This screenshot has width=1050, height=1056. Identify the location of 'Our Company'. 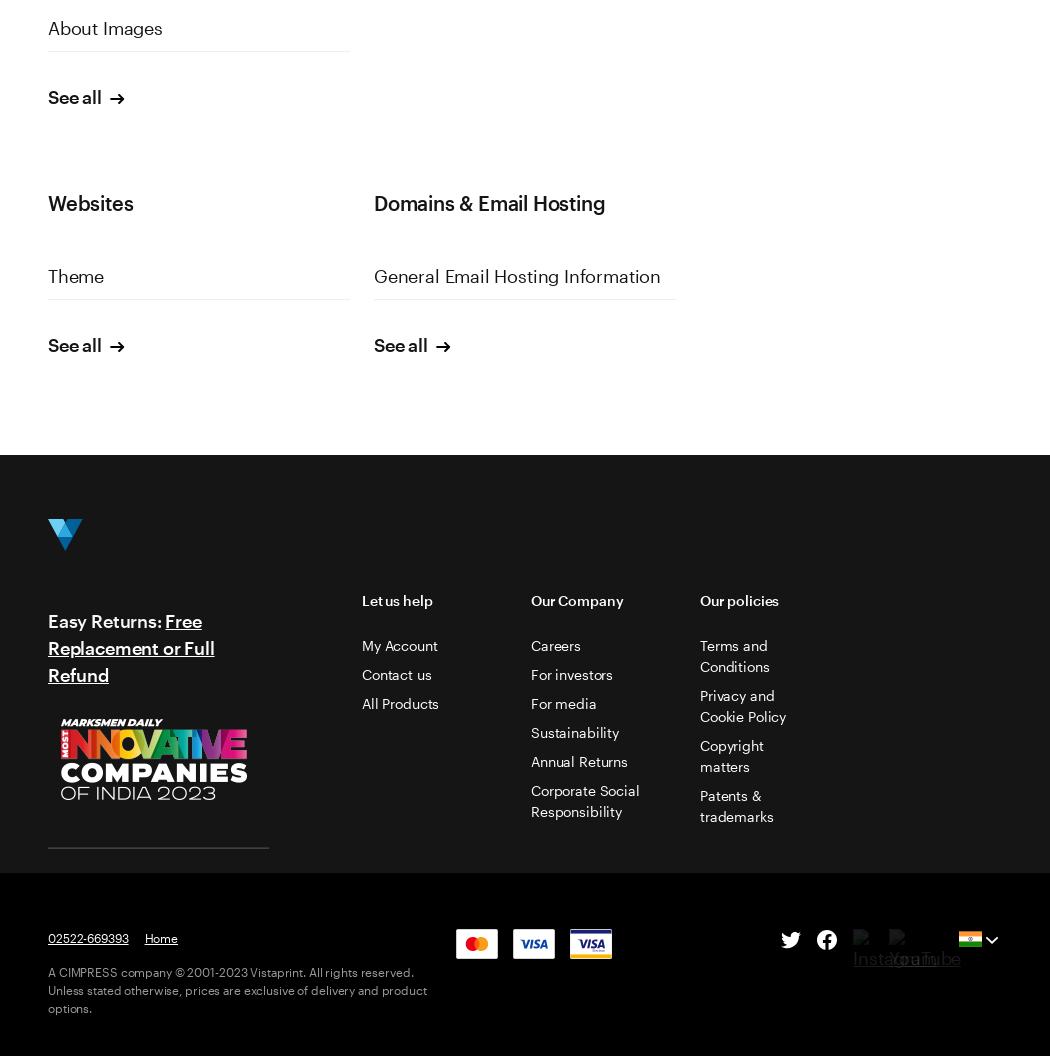
(575, 599).